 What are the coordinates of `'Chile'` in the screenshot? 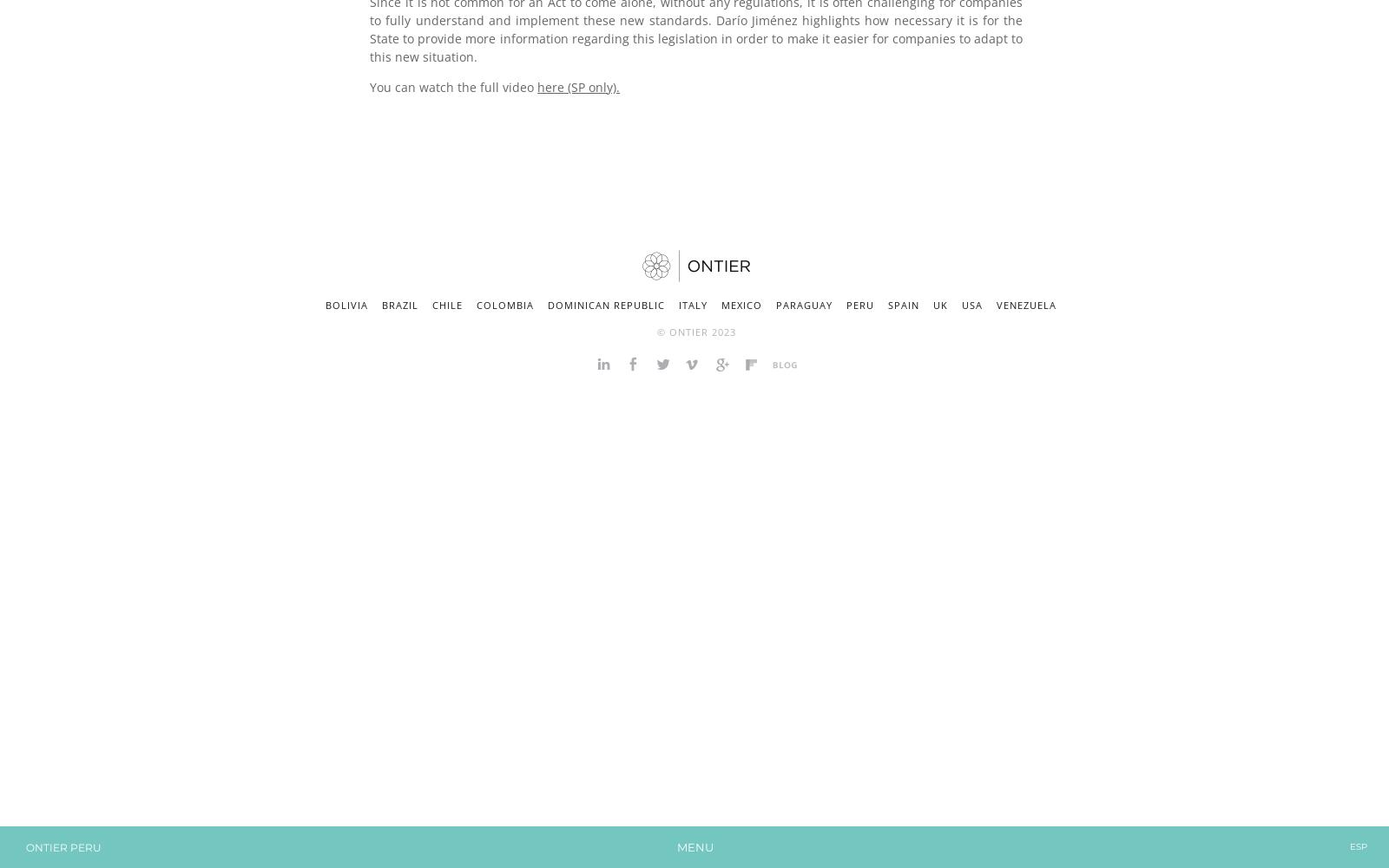 It's located at (431, 304).